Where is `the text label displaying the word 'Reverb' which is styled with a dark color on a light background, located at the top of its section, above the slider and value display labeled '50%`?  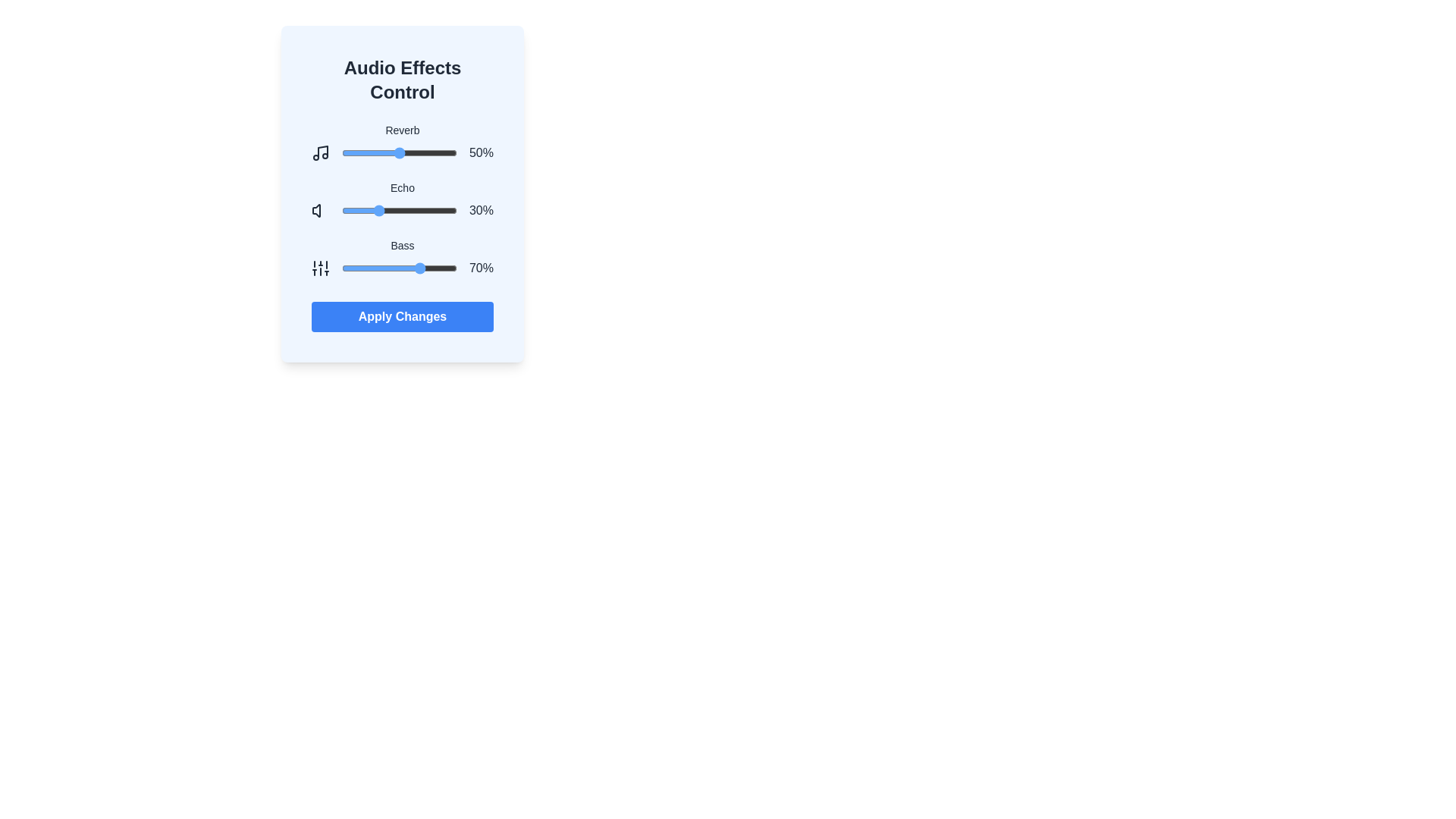
the text label displaying the word 'Reverb' which is styled with a dark color on a light background, located at the top of its section, above the slider and value display labeled '50% is located at coordinates (403, 130).